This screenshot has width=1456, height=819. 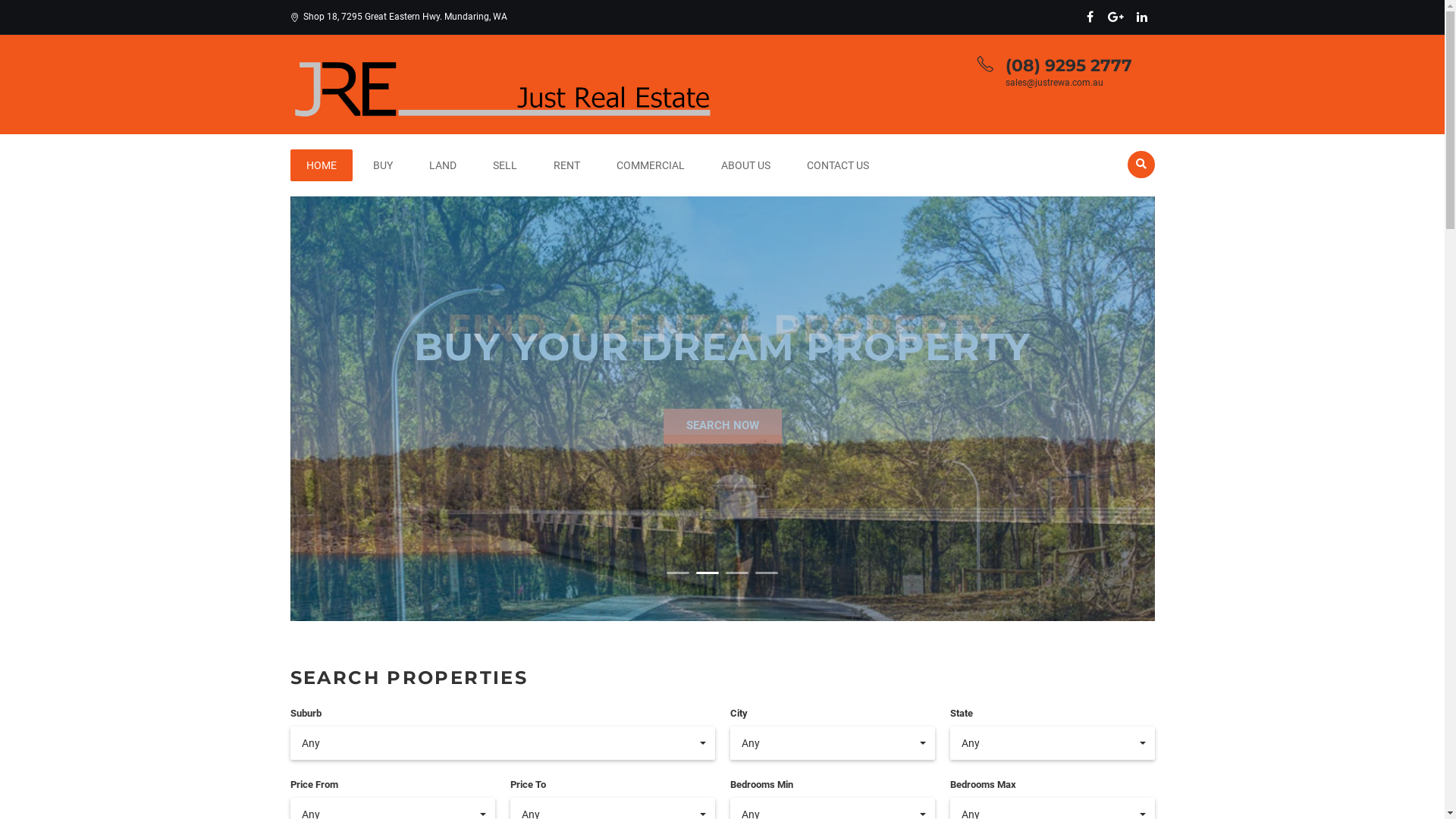 What do you see at coordinates (537, 165) in the screenshot?
I see `'RENT'` at bounding box center [537, 165].